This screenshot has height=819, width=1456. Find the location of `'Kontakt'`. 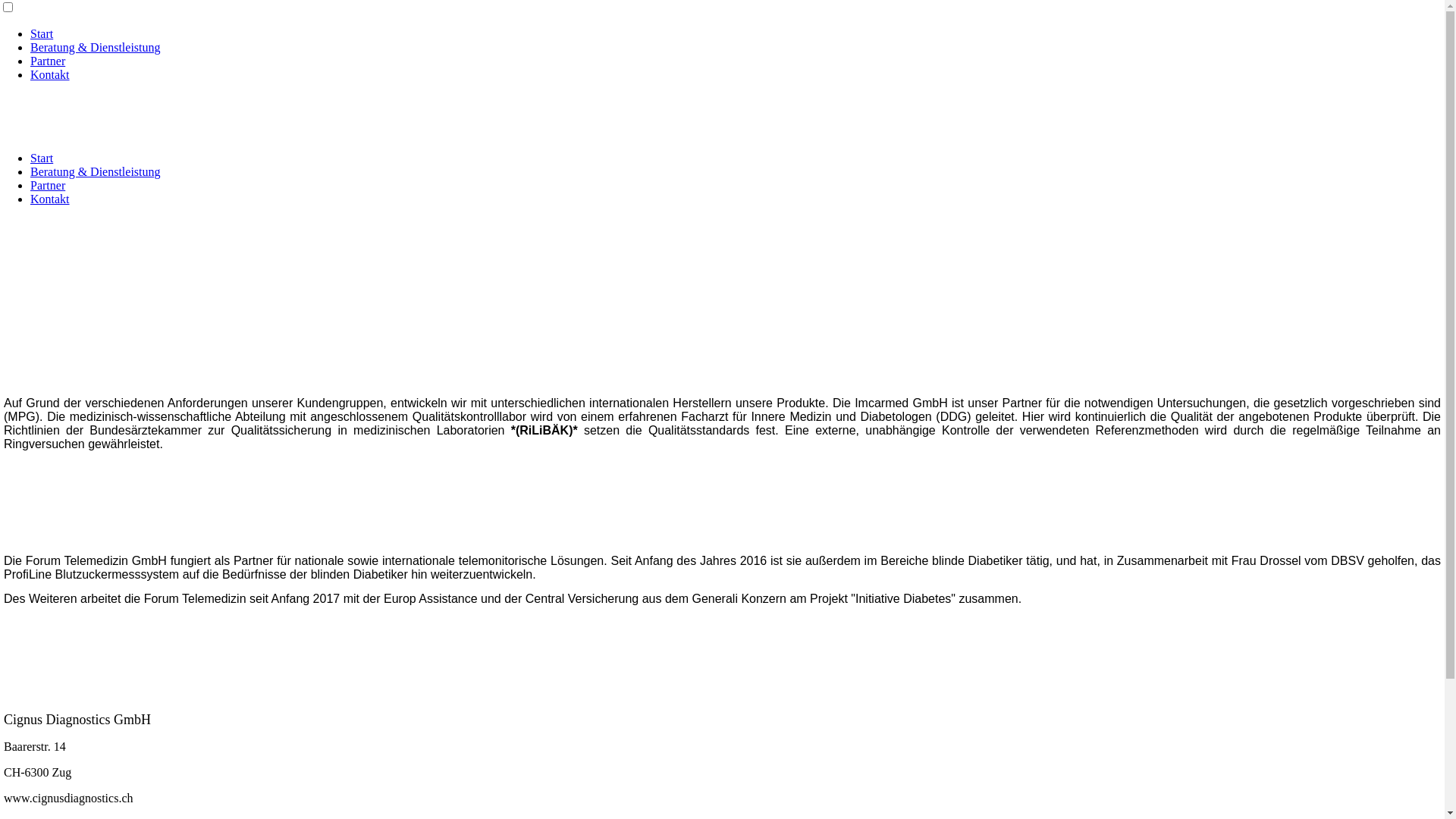

'Kontakt' is located at coordinates (50, 74).